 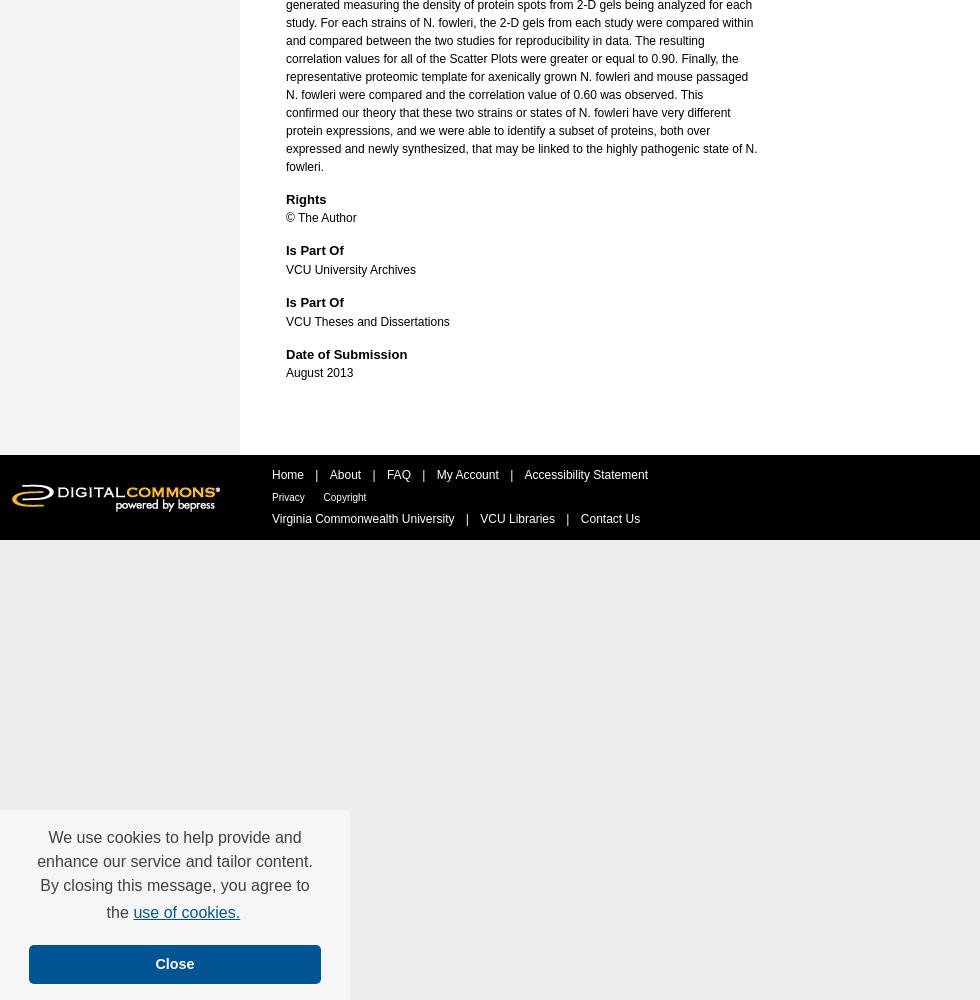 What do you see at coordinates (346, 352) in the screenshot?
I see `'Date of Submission'` at bounding box center [346, 352].